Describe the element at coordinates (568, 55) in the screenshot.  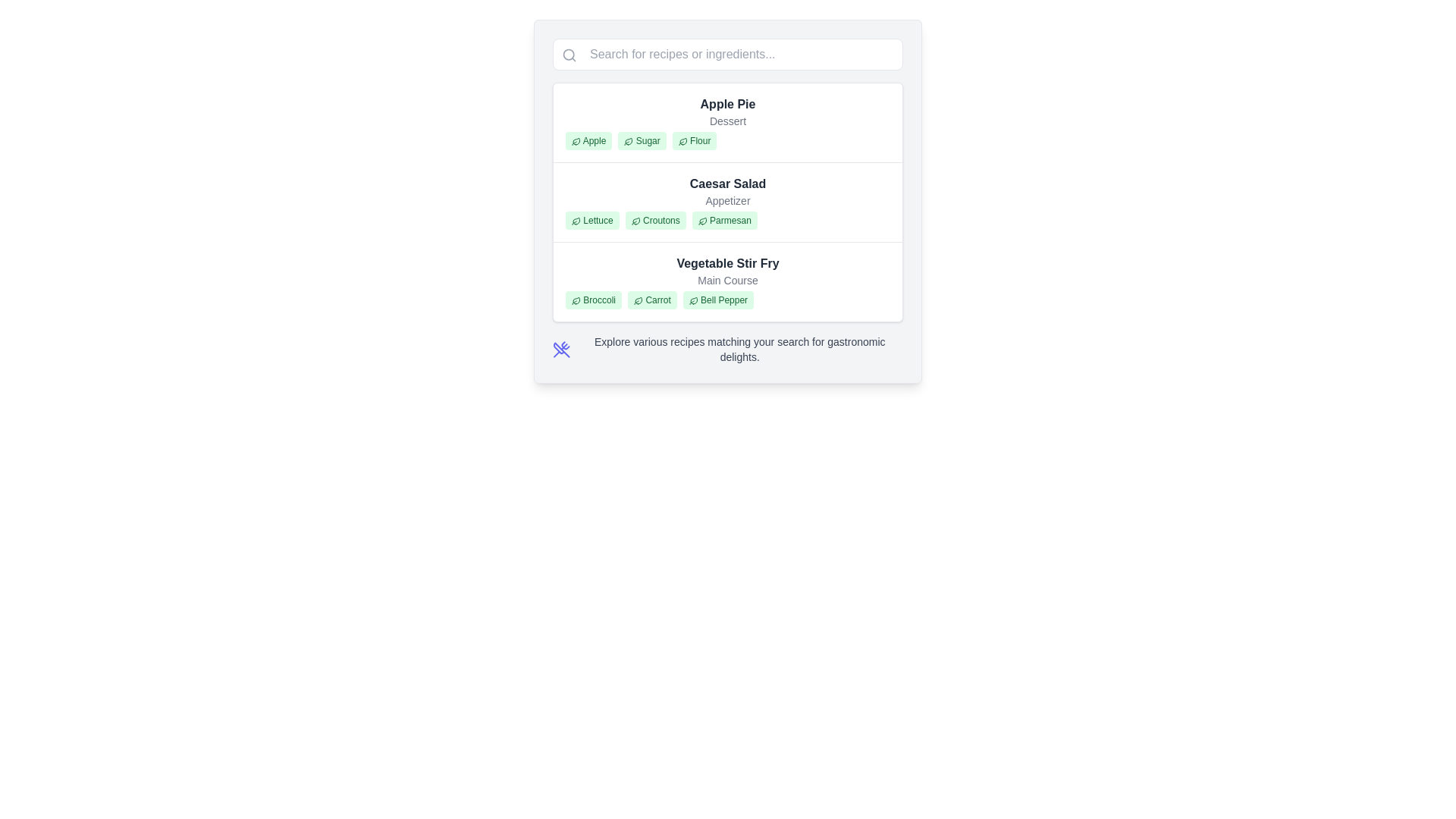
I see `the search icon located at the extreme left of the search bar` at that location.